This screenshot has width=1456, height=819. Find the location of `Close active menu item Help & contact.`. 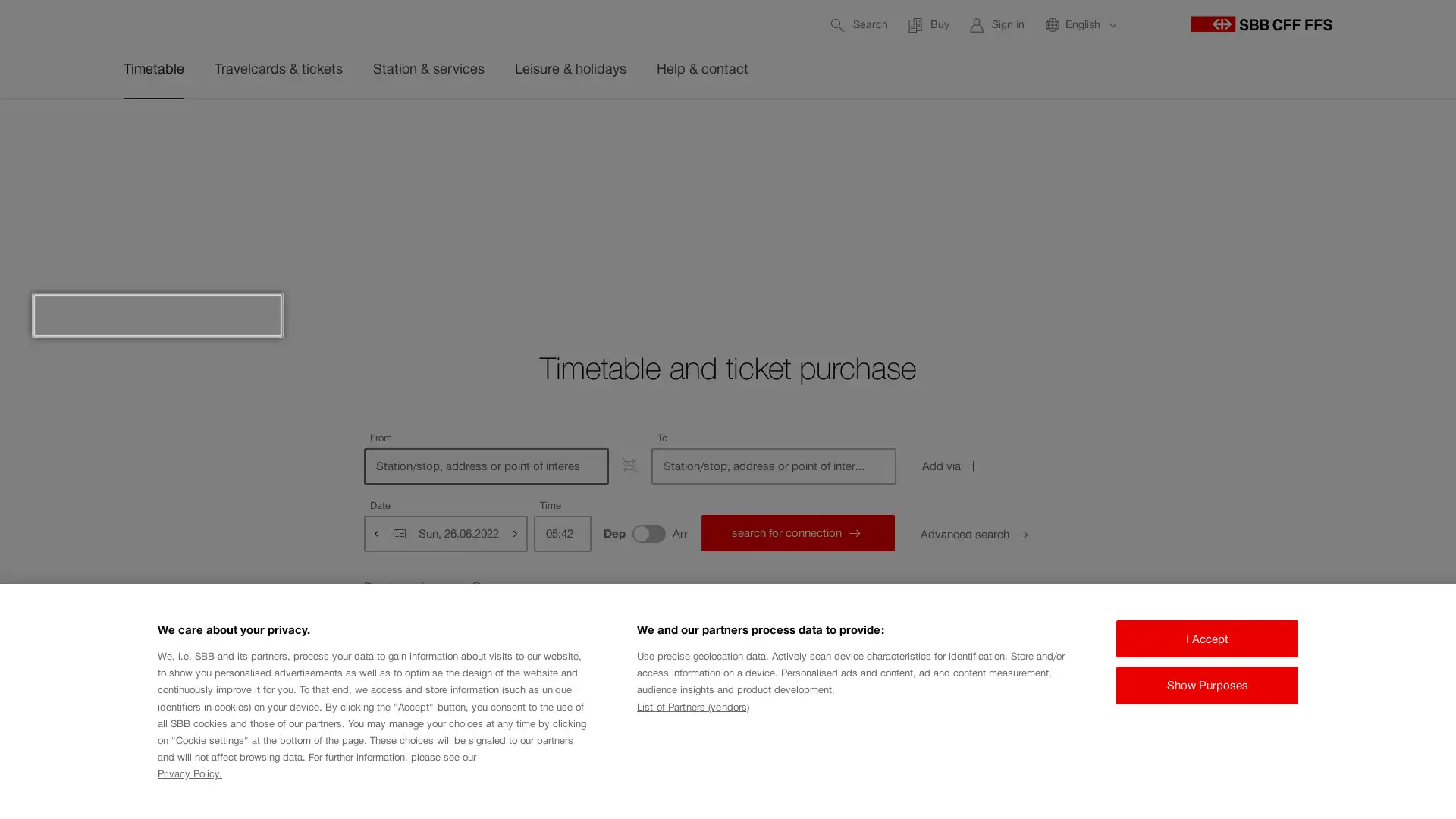

Close active menu item Help & contact. is located at coordinates (1350, 133).